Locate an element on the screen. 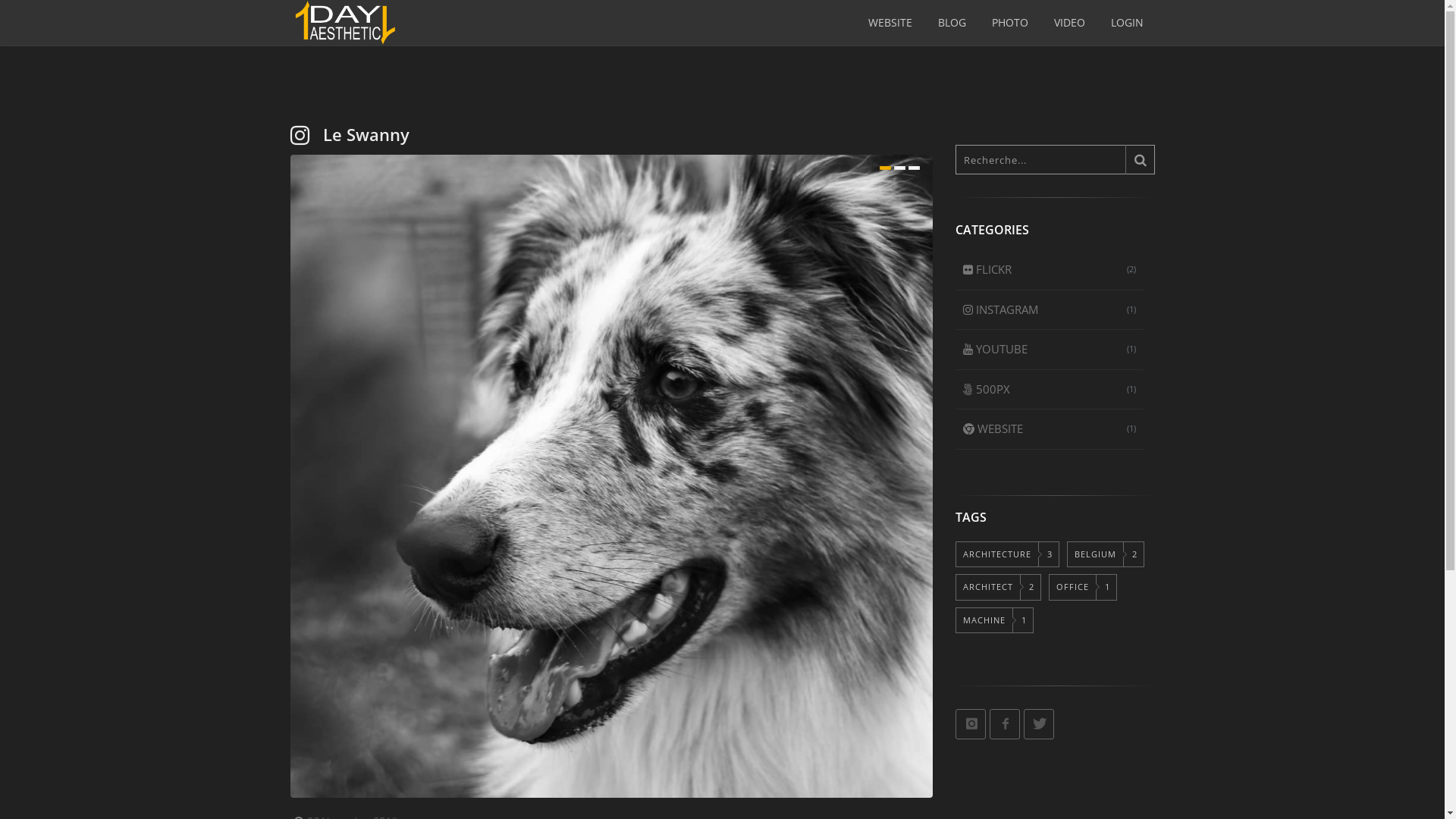  'LOGIN' is located at coordinates (1127, 23).